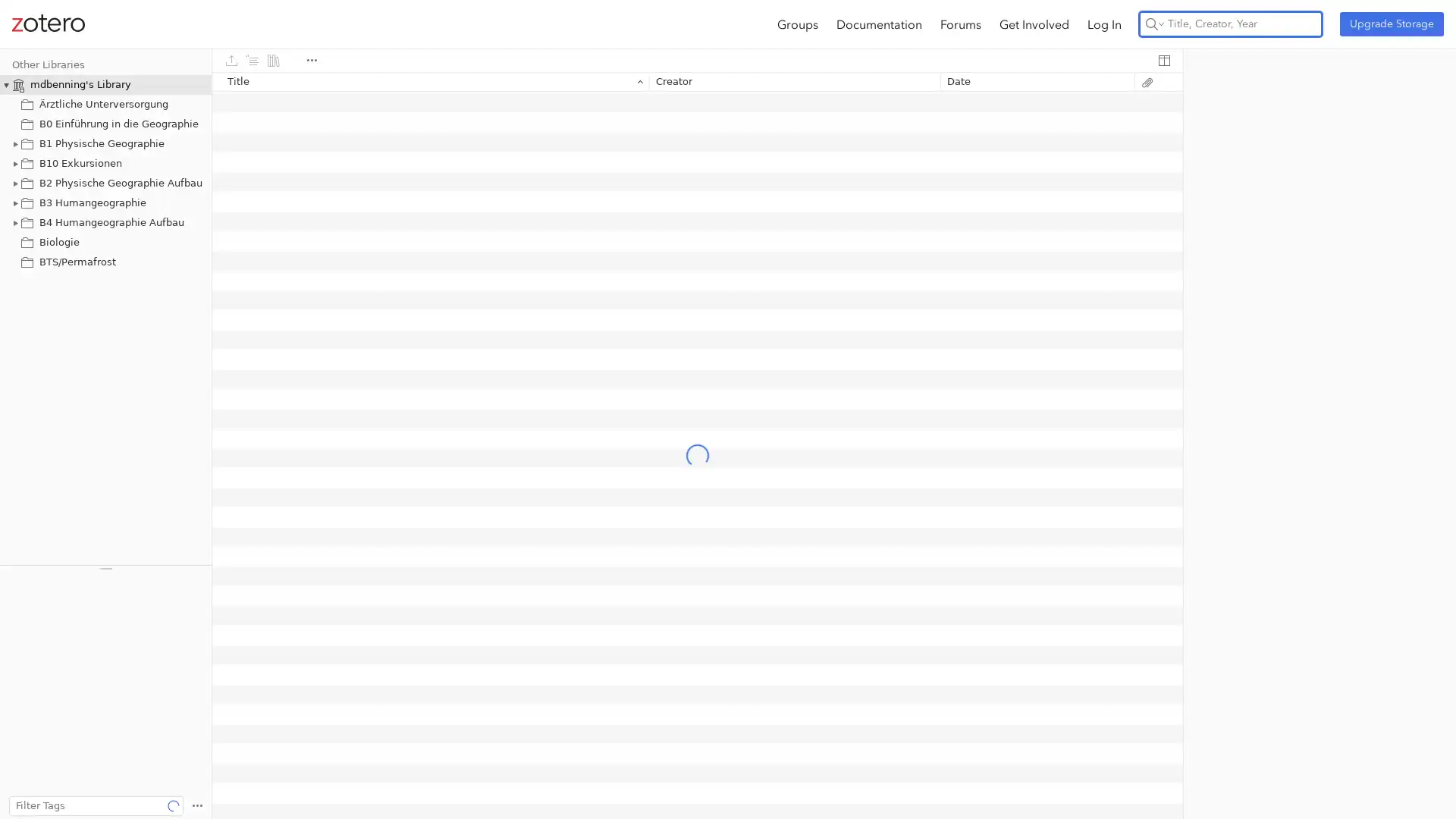 The width and height of the screenshot is (1456, 819). I want to click on Climate change, so click(99, 661).